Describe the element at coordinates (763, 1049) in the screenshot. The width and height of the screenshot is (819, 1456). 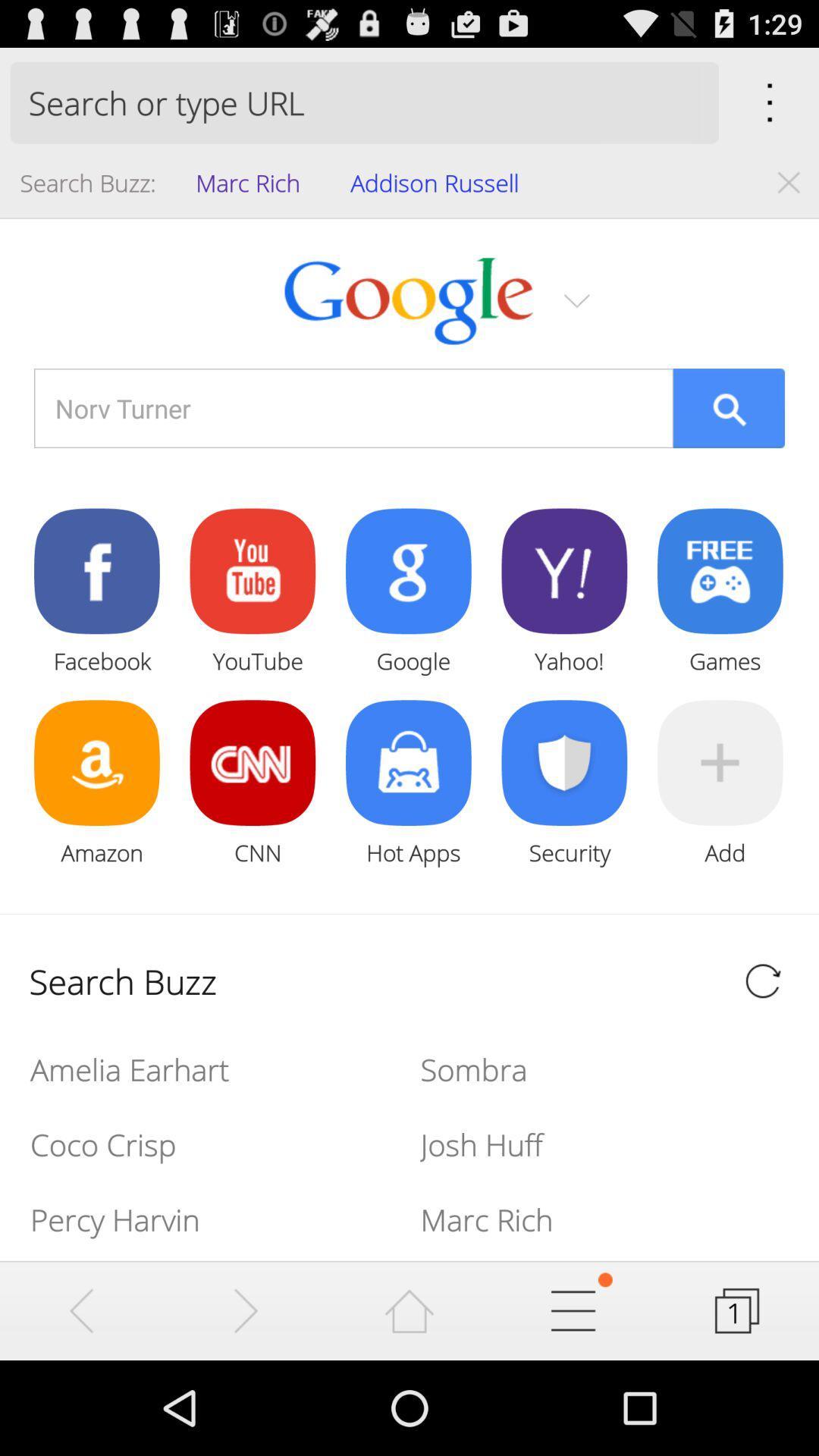
I see `the refresh icon` at that location.